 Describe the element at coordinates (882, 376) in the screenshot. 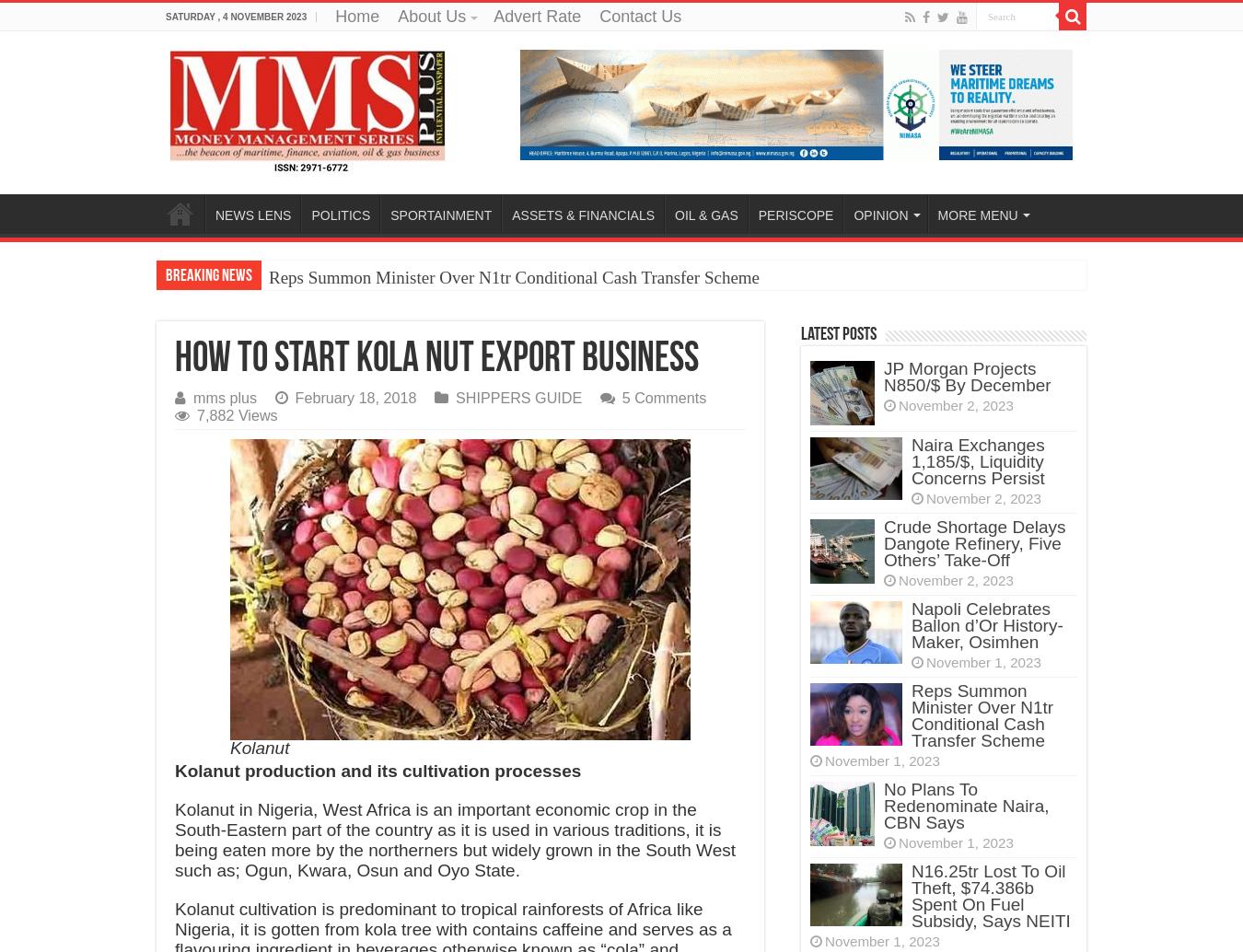

I see `'JP Morgan Projects N850/$ By December'` at that location.